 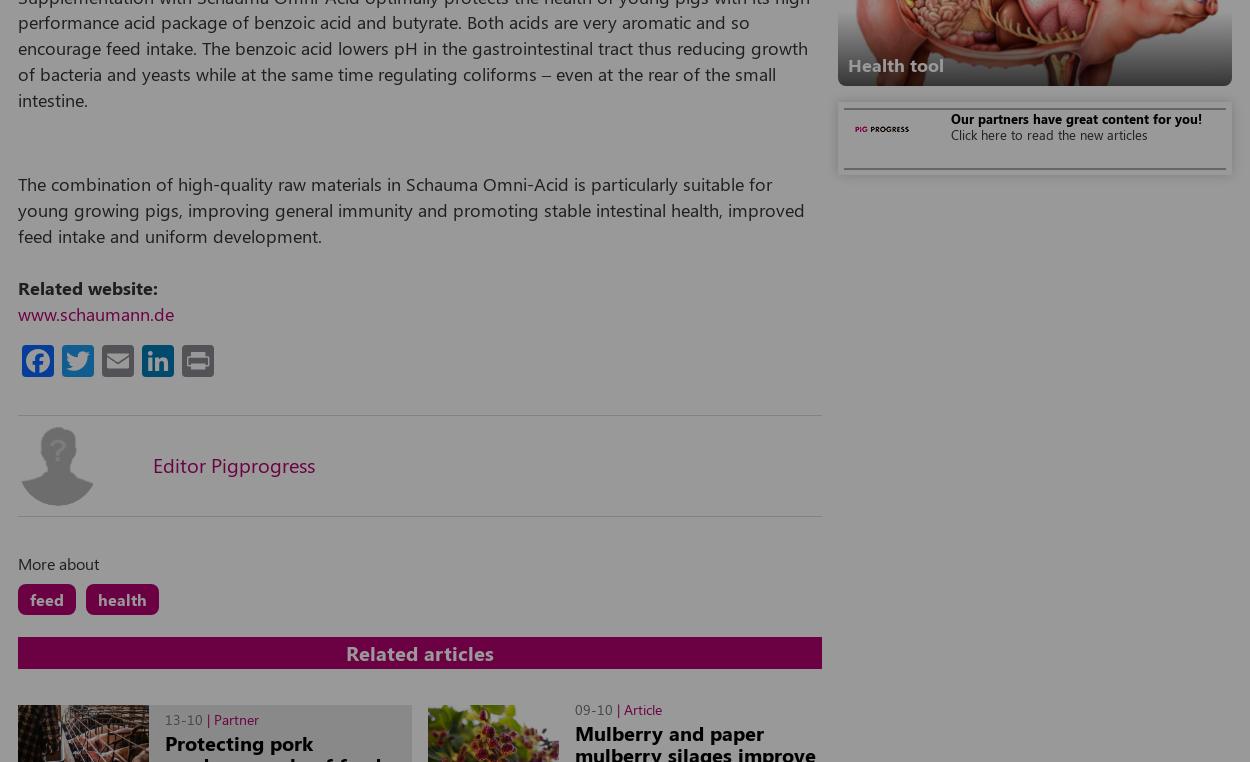 I want to click on 'www.schaumann.de', so click(x=94, y=312).